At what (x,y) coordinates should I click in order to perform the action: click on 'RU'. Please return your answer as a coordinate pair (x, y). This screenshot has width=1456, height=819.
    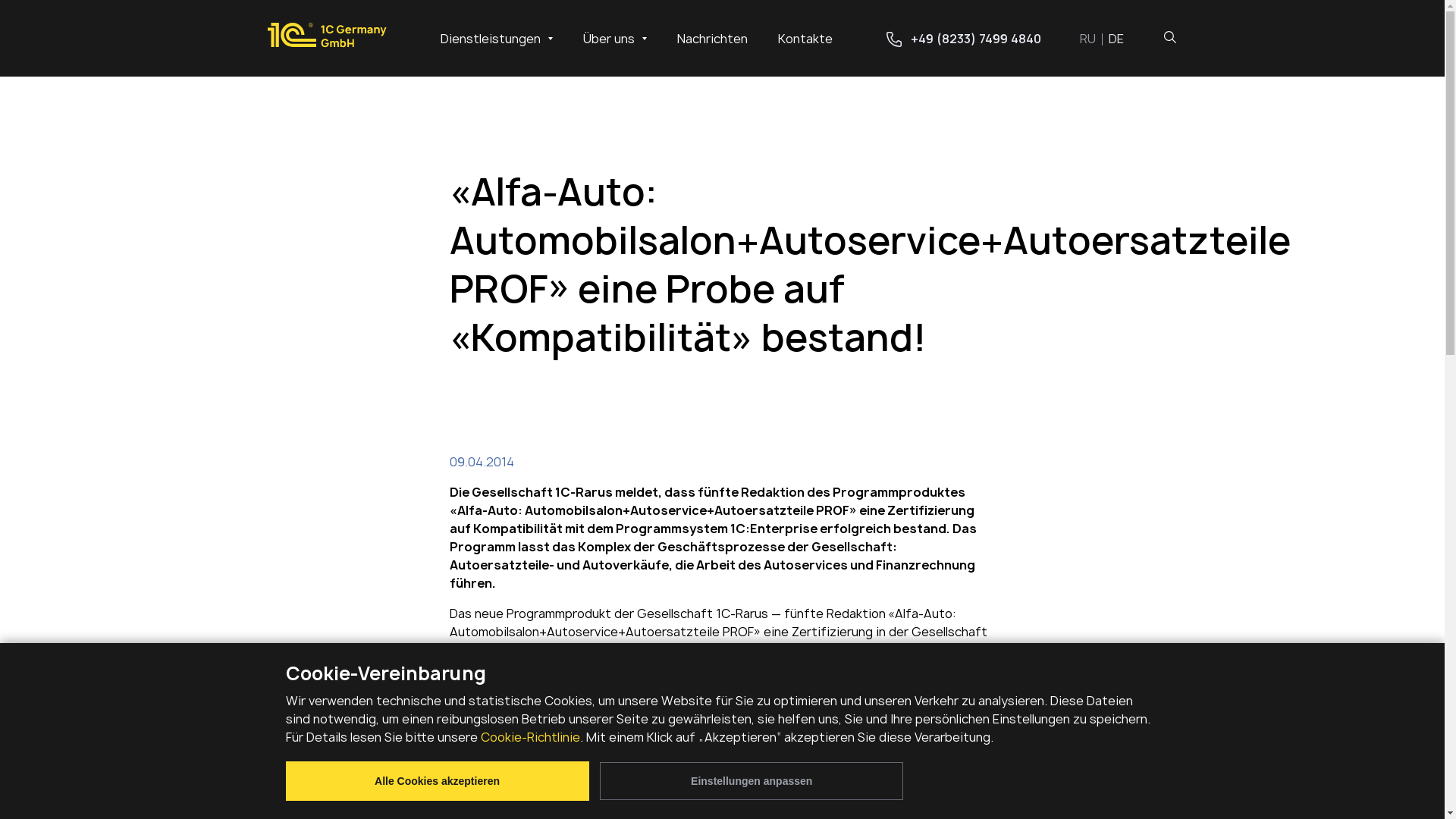
    Looking at the image, I should click on (1094, 37).